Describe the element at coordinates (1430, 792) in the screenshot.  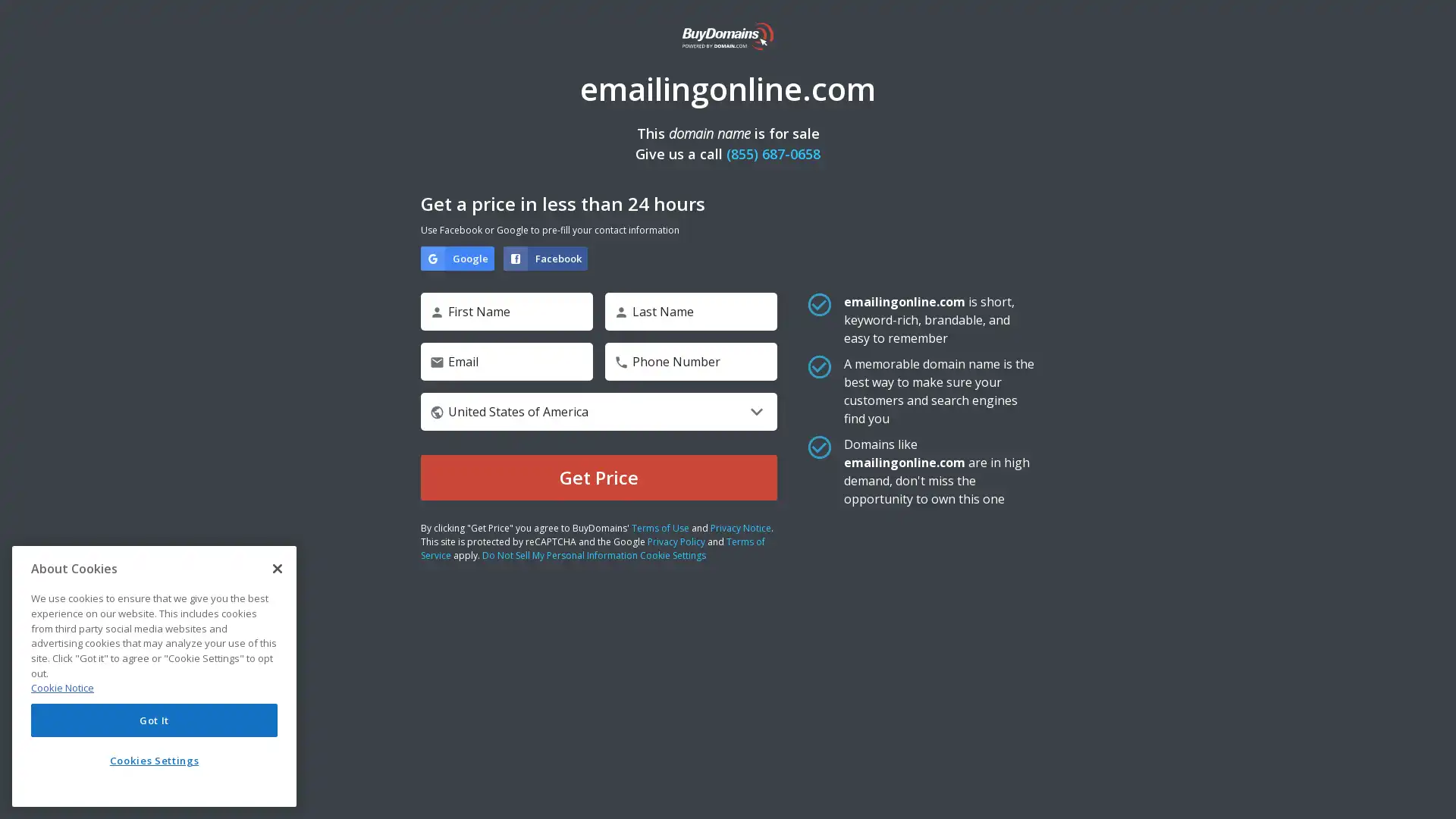
I see `Explore your accessibility options` at that location.